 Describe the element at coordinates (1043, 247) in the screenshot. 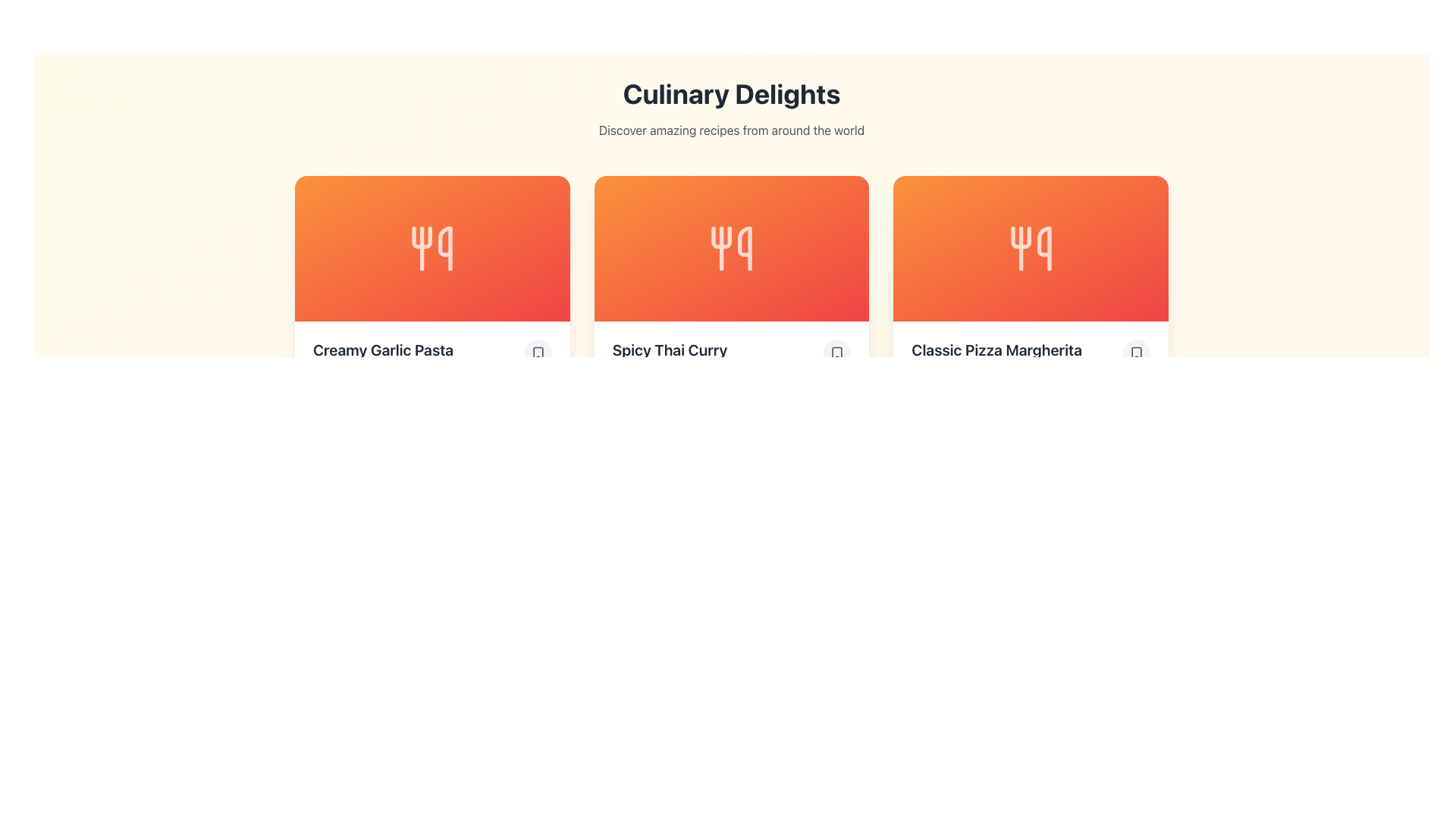

I see `the graphical decorative element representing utensils or food-related equipment on the 'Classic Pizza Margherita' recipe card, positioned as the rightmost element in a horizontal group` at that location.